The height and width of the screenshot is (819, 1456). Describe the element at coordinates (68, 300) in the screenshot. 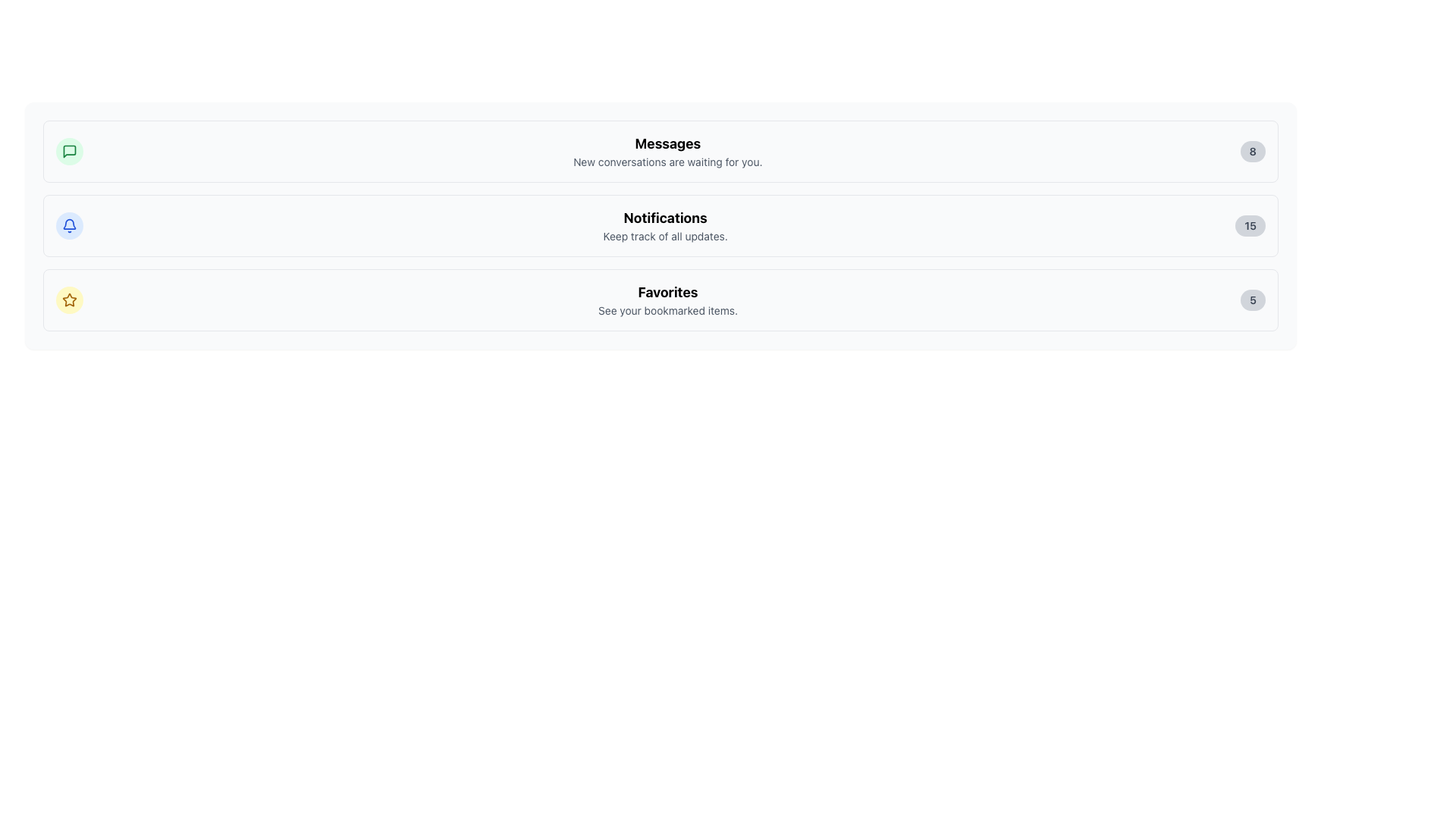

I see `the 'Favorites' icon button, which is a decorative element located within the card labeled 'Favorites' and is the leftmost part of the card` at that location.